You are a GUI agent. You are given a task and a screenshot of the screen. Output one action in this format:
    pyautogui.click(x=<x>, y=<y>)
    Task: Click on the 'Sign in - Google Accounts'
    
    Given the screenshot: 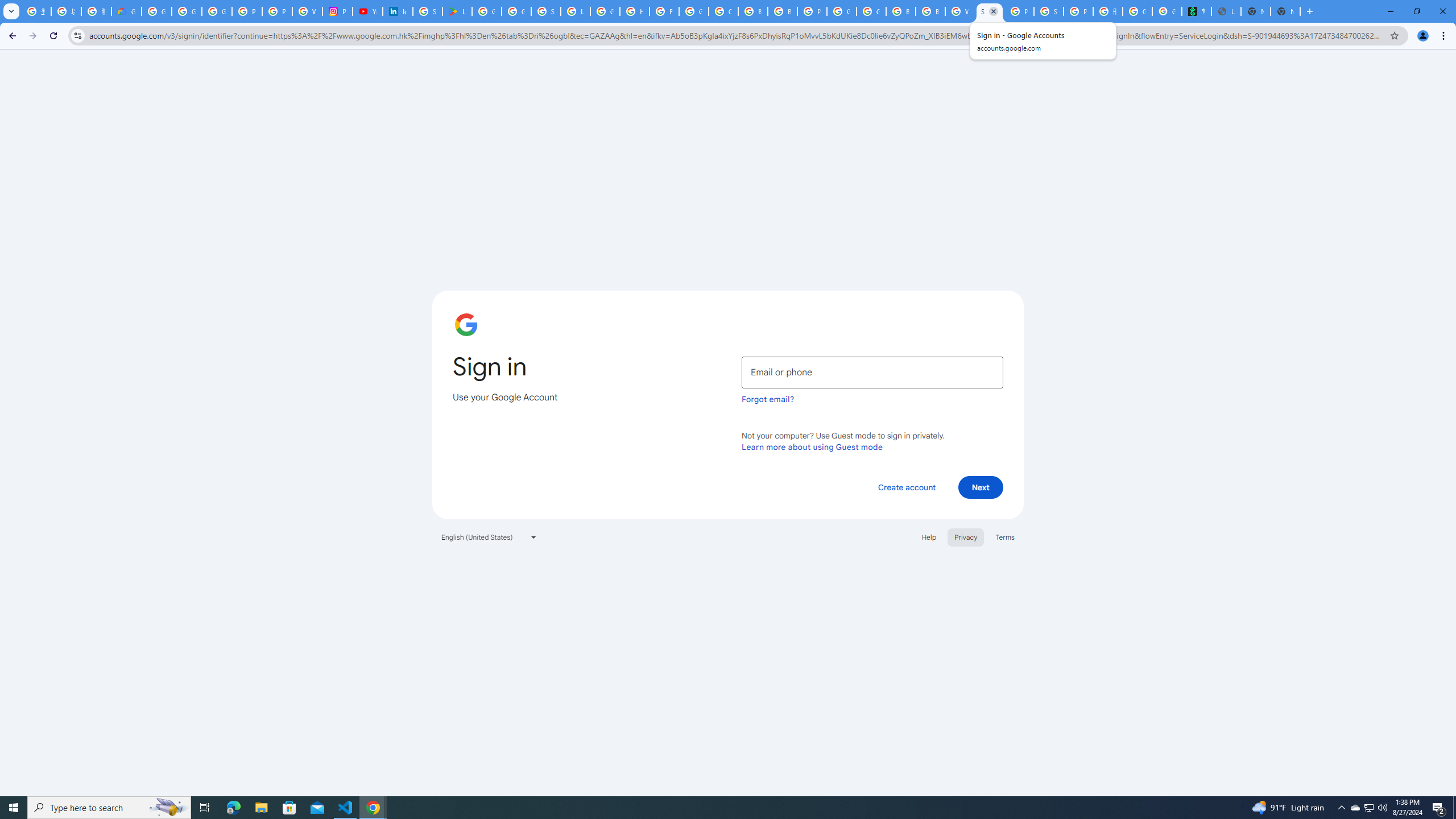 What is the action you would take?
    pyautogui.click(x=988, y=11)
    